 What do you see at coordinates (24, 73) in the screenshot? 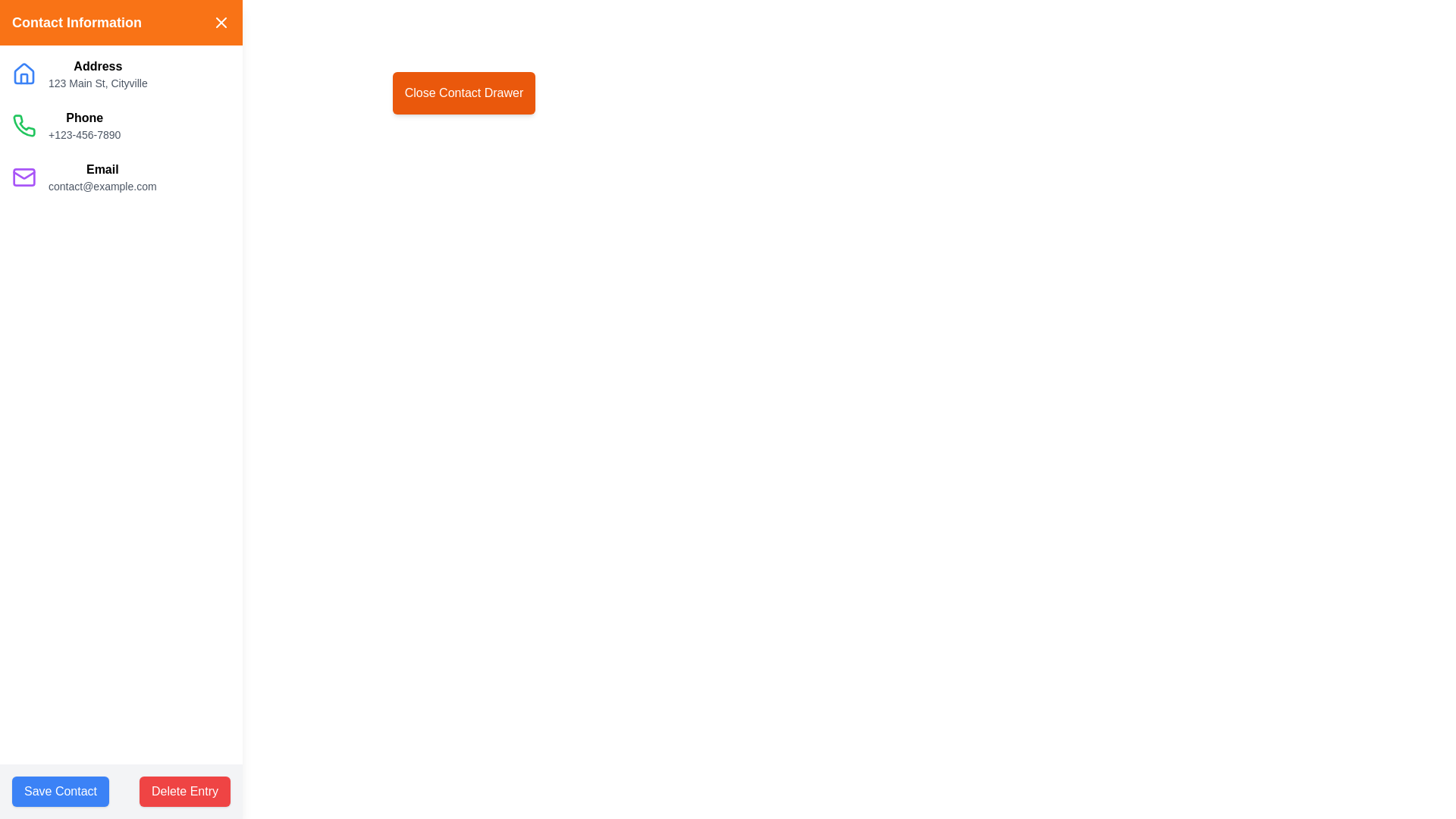
I see `the blue house SVG icon located to the left of the 'Address' text in the contact information panel` at bounding box center [24, 73].